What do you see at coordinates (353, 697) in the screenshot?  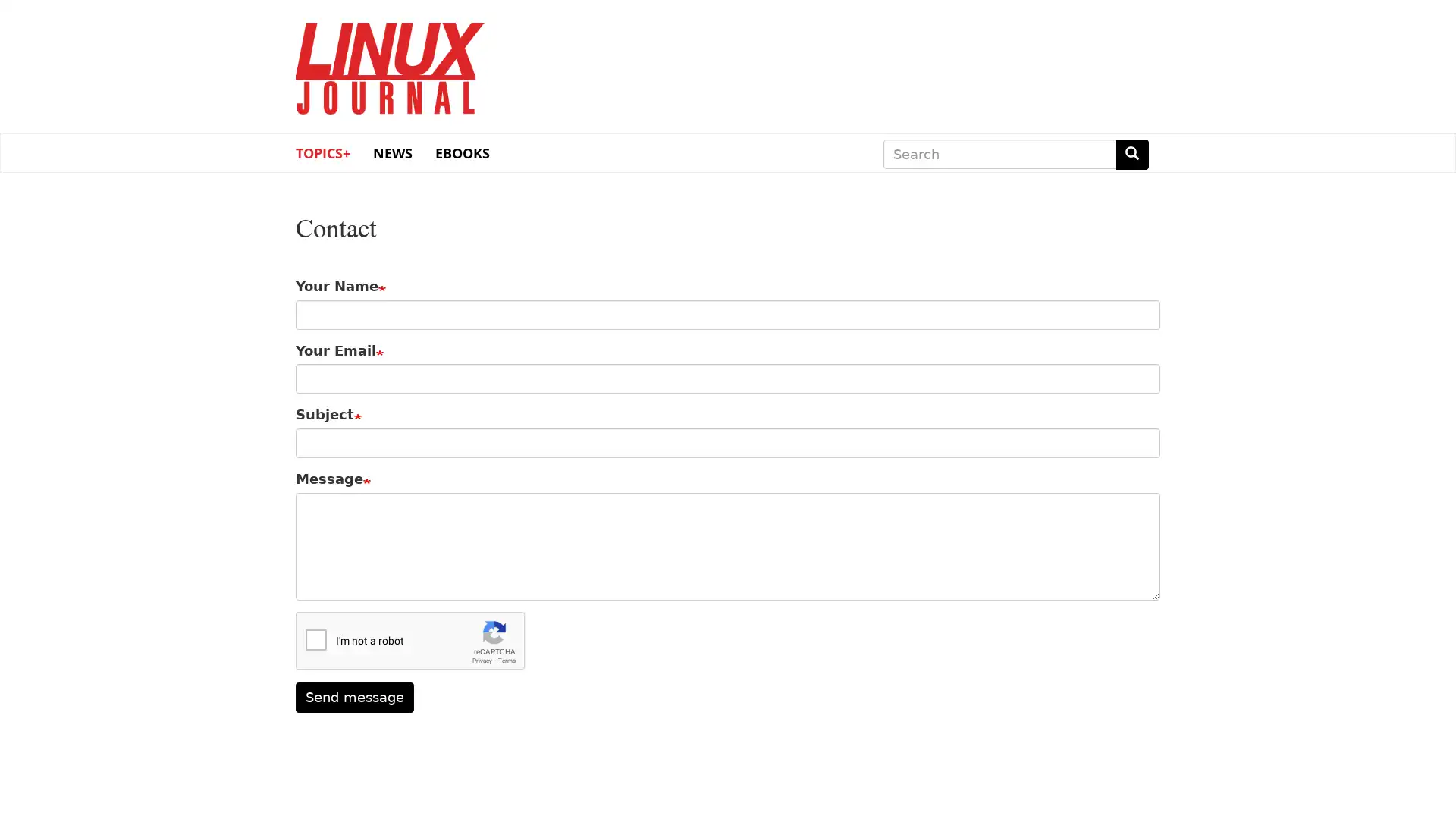 I see `Send message` at bounding box center [353, 697].